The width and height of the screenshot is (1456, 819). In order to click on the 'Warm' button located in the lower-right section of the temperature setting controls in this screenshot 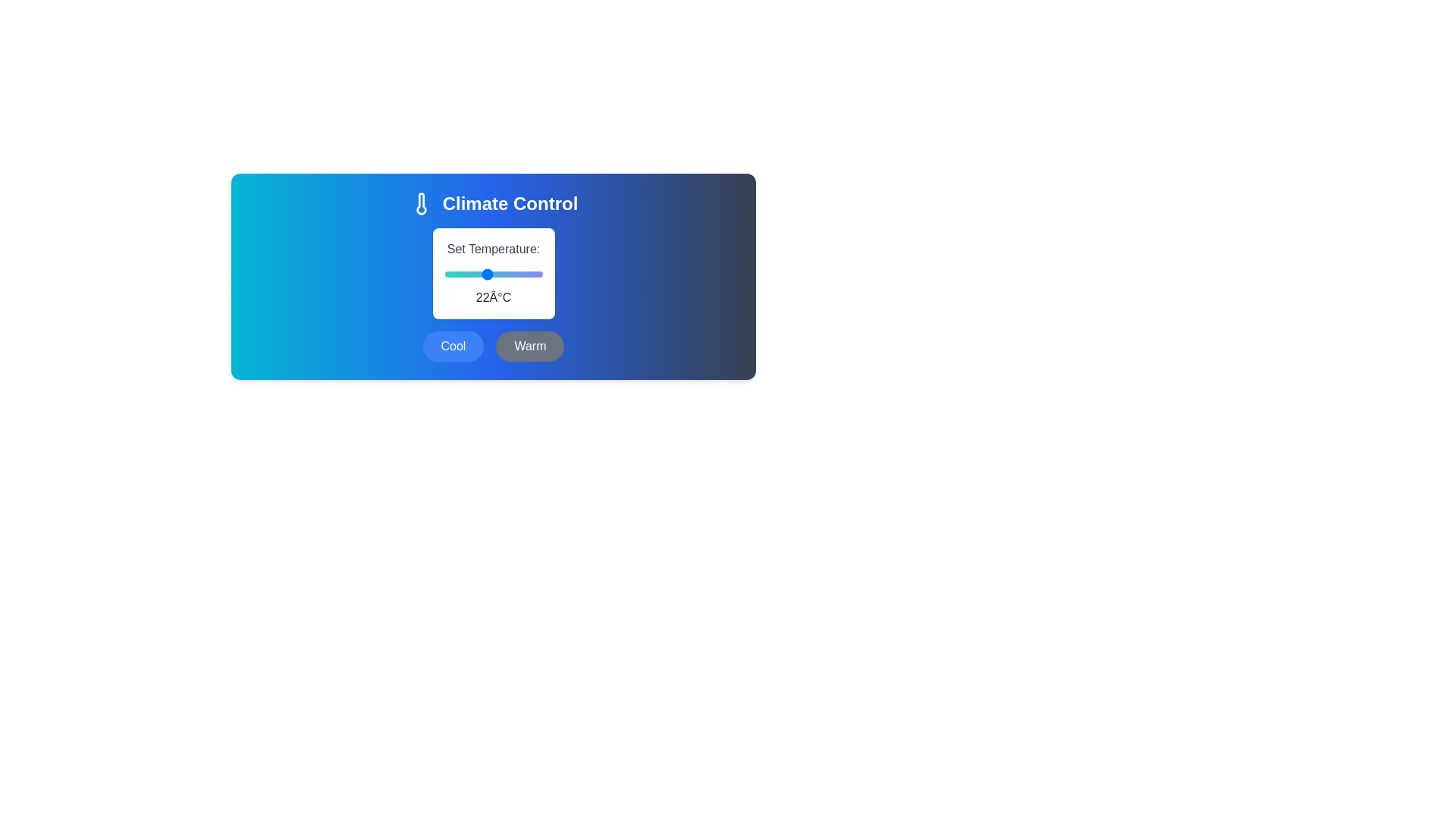, I will do `click(530, 346)`.